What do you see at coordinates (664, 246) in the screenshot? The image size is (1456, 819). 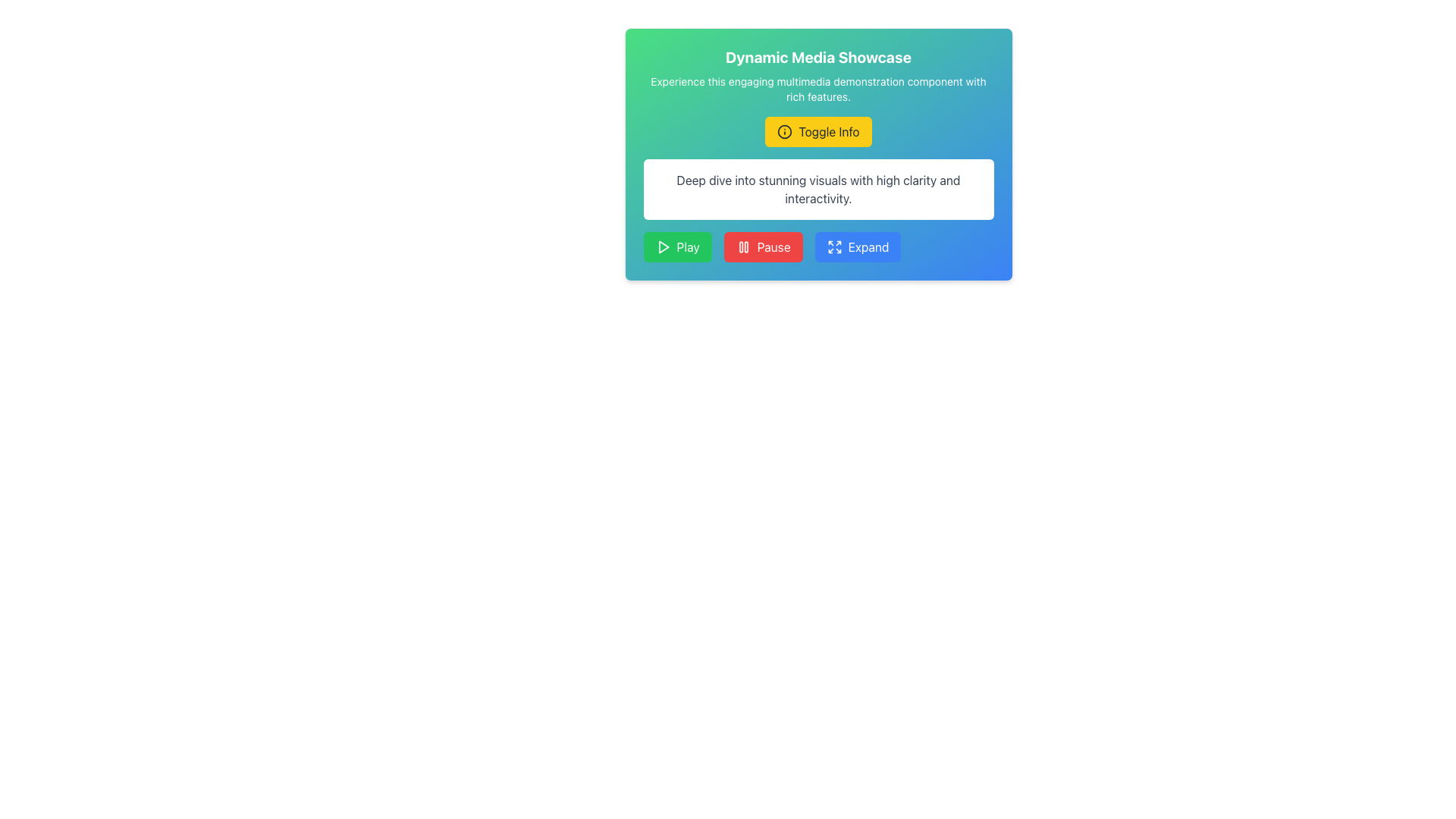 I see `the 'play' icon located within the green 'Play' button at the bottom left of the interface to initiate playback` at bounding box center [664, 246].